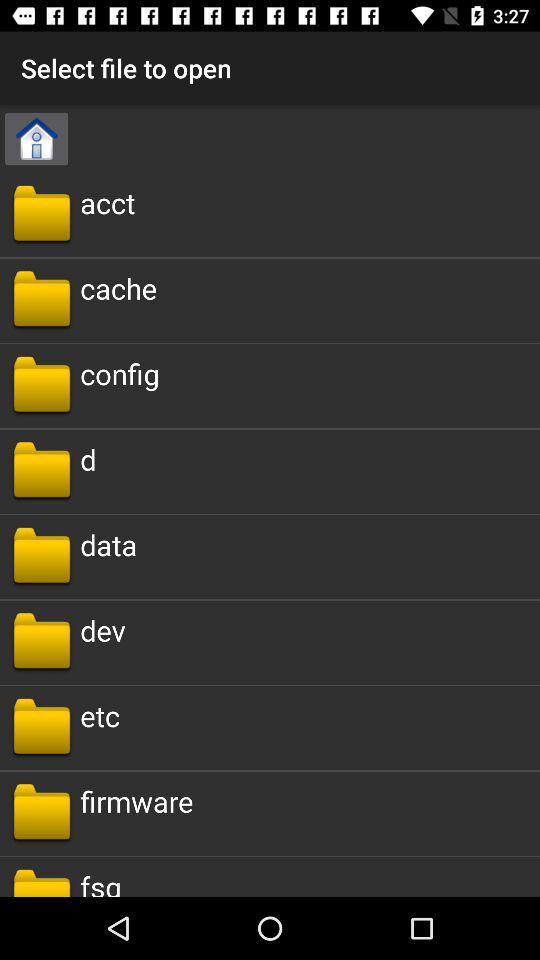 This screenshot has height=960, width=540. Describe the element at coordinates (135, 801) in the screenshot. I see `item above fsg icon` at that location.